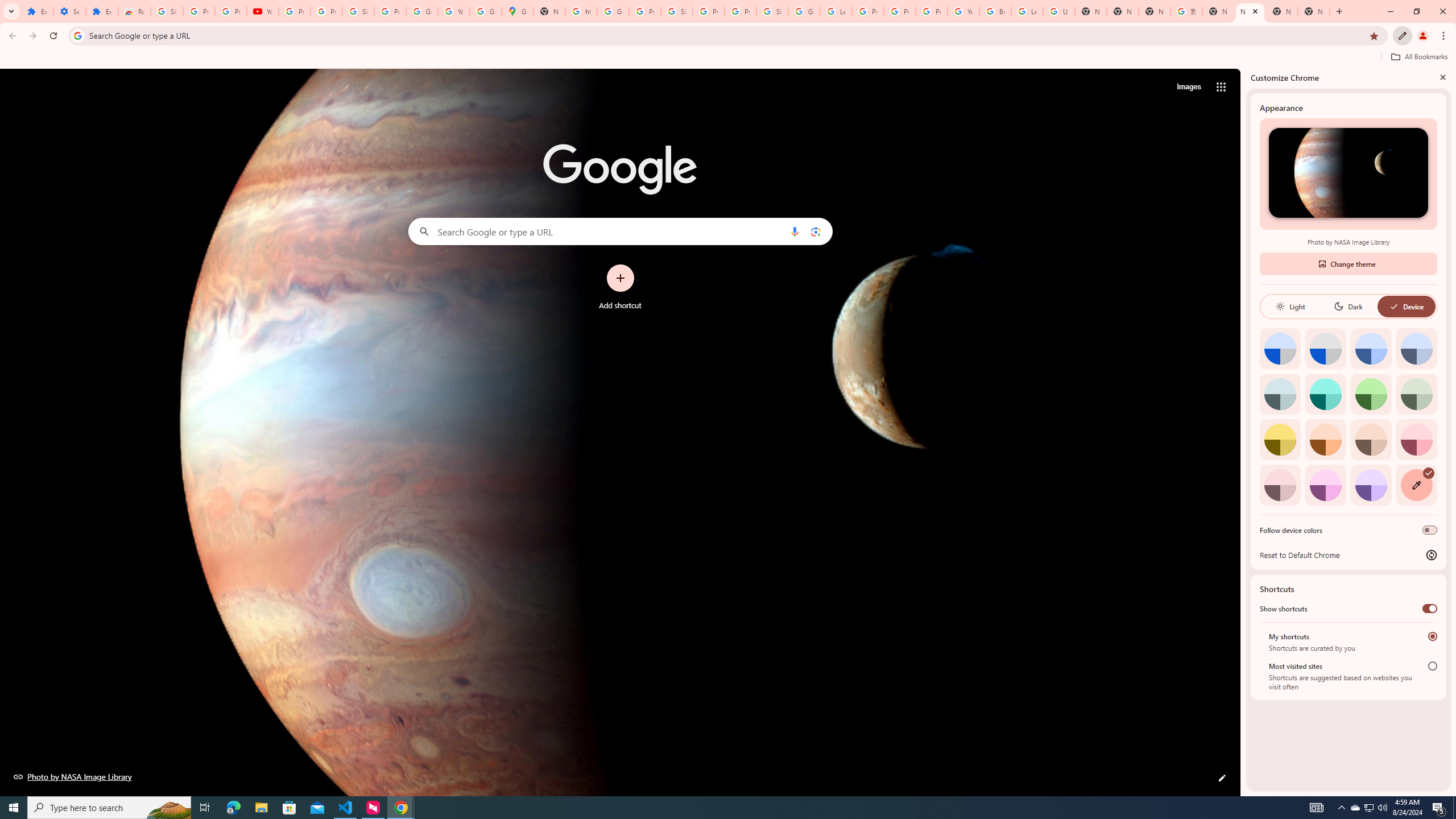 The height and width of the screenshot is (819, 1456). I want to click on 'Blue', so click(1371, 348).